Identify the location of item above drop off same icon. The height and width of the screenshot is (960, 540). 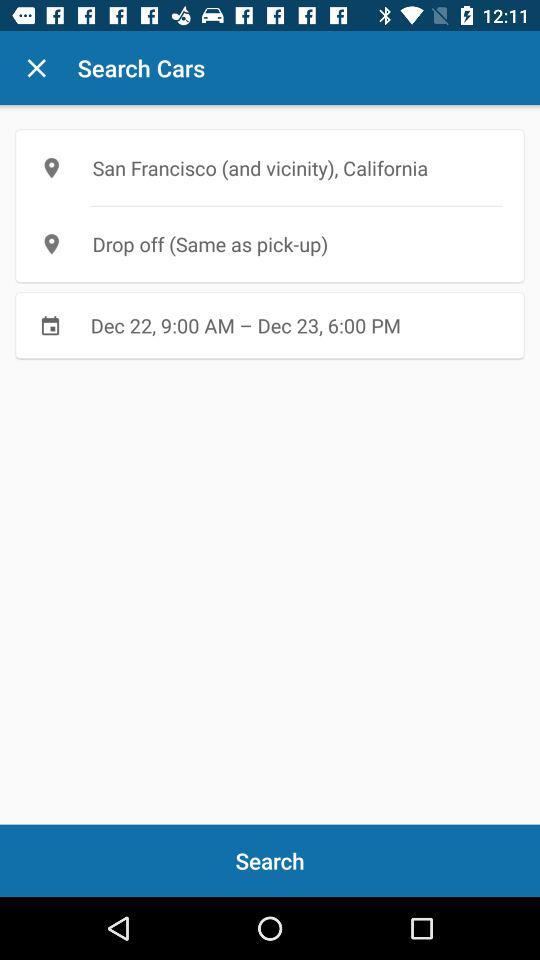
(270, 167).